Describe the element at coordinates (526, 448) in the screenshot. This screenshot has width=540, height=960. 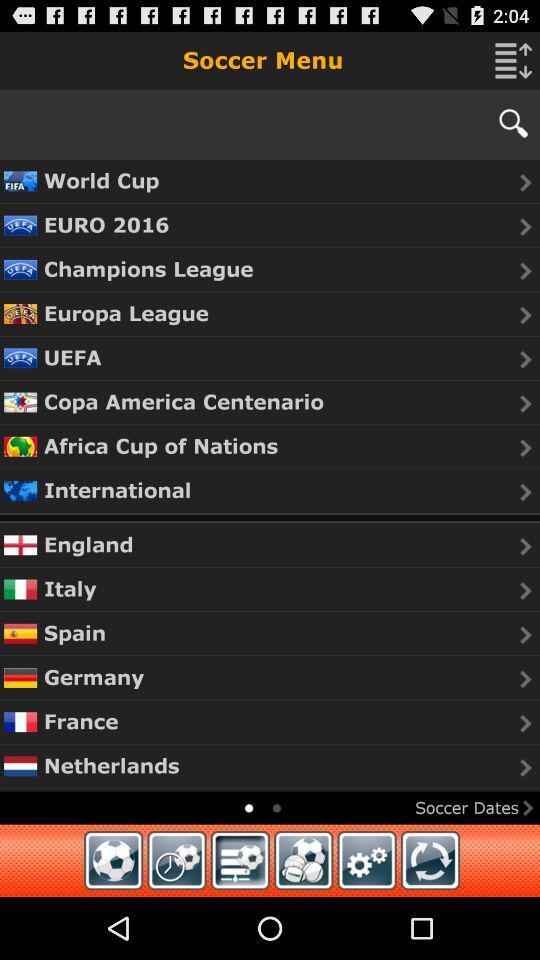
I see `the arrow in front of the text africa cup of nations` at that location.